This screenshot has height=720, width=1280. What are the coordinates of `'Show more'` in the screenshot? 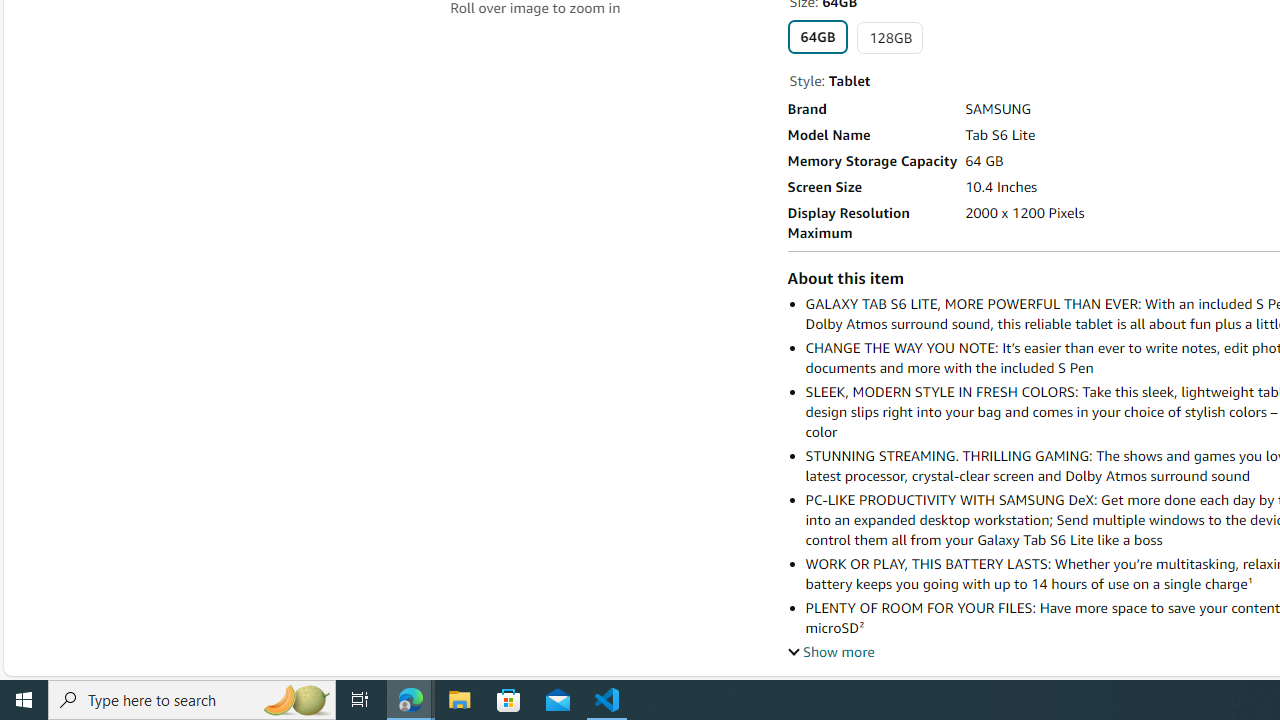 It's located at (831, 651).